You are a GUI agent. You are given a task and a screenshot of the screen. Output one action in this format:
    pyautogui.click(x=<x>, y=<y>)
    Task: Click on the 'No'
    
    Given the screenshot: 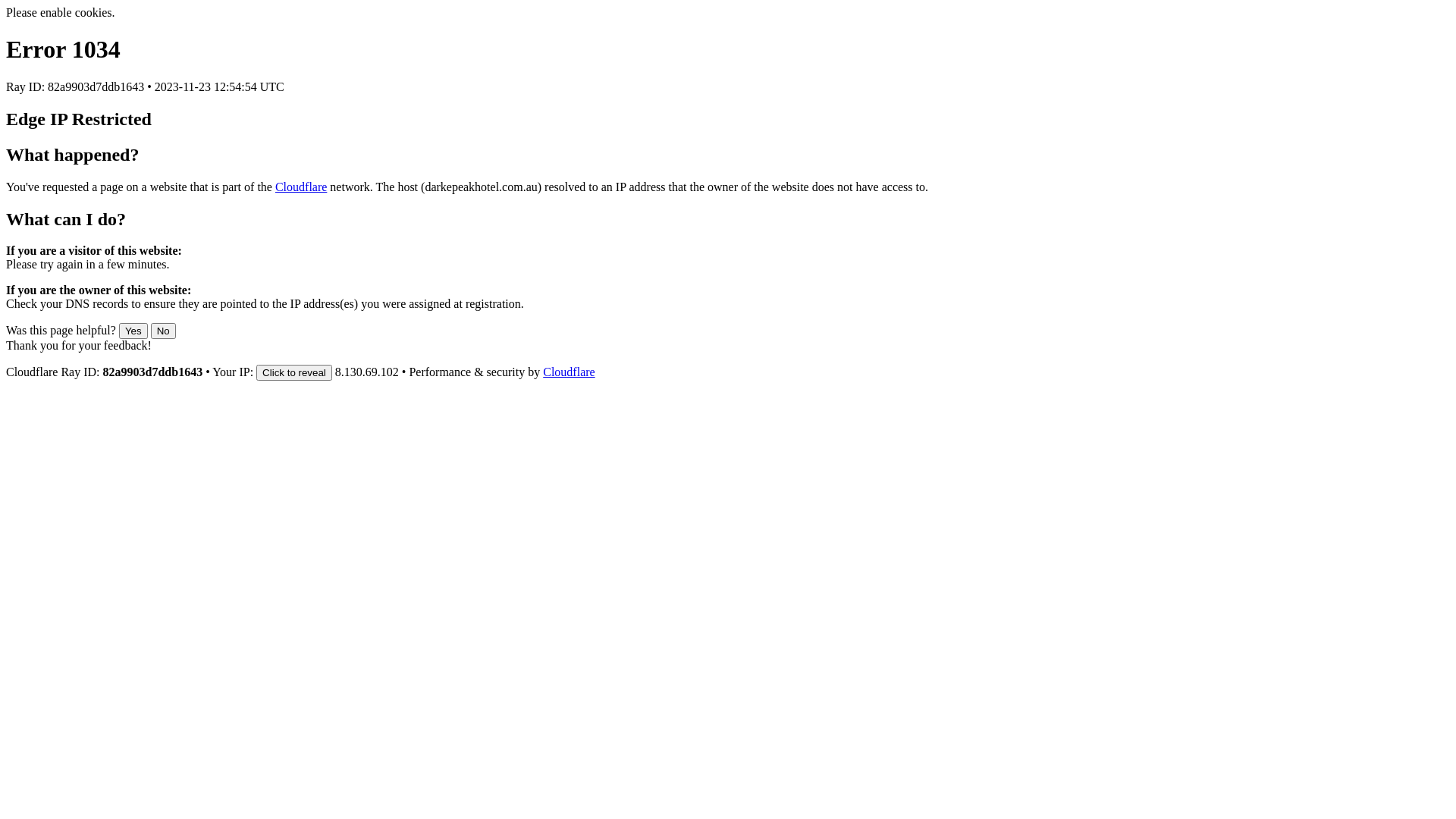 What is the action you would take?
    pyautogui.click(x=163, y=330)
    